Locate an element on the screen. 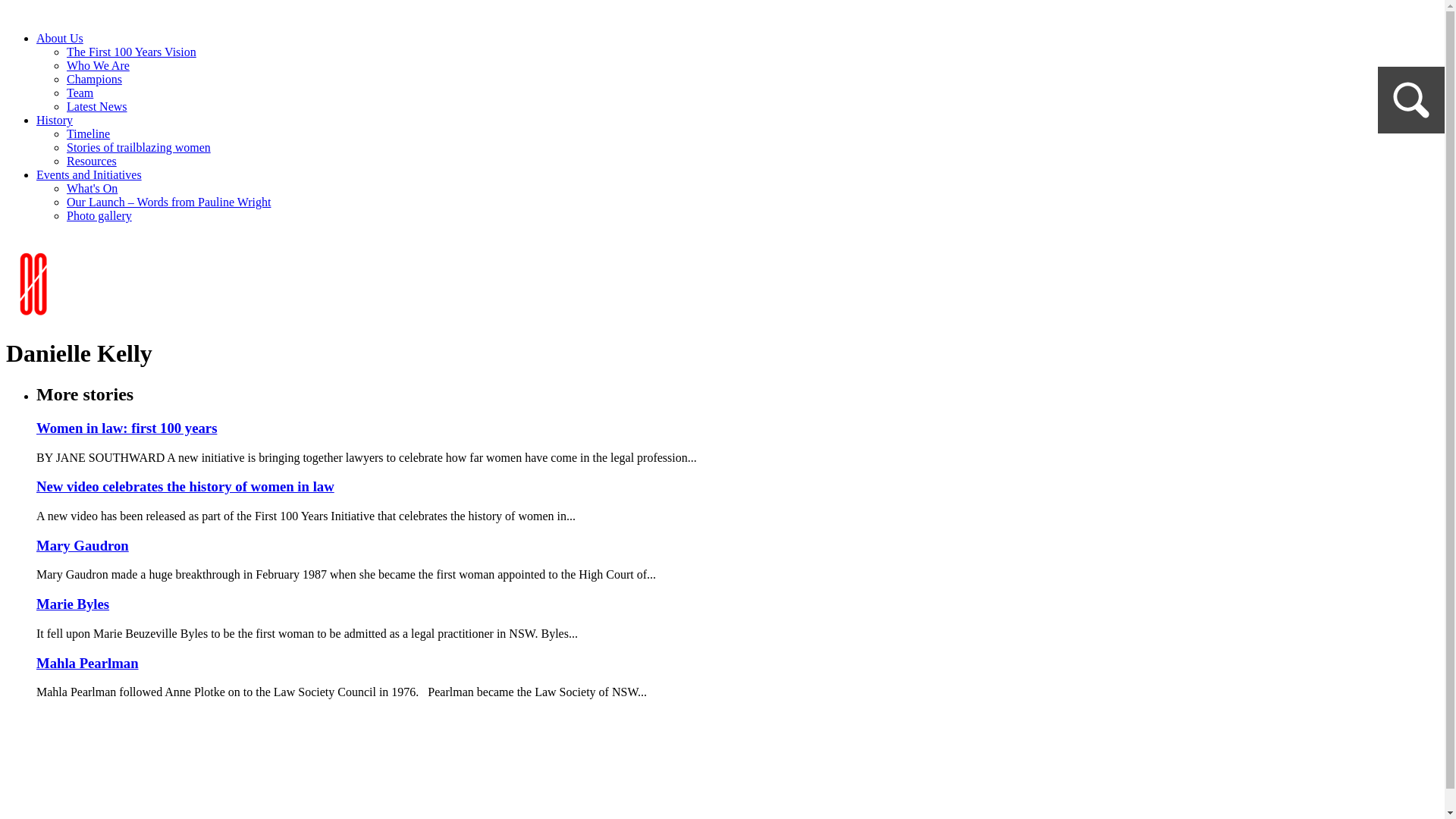  'Resources' is located at coordinates (90, 161).